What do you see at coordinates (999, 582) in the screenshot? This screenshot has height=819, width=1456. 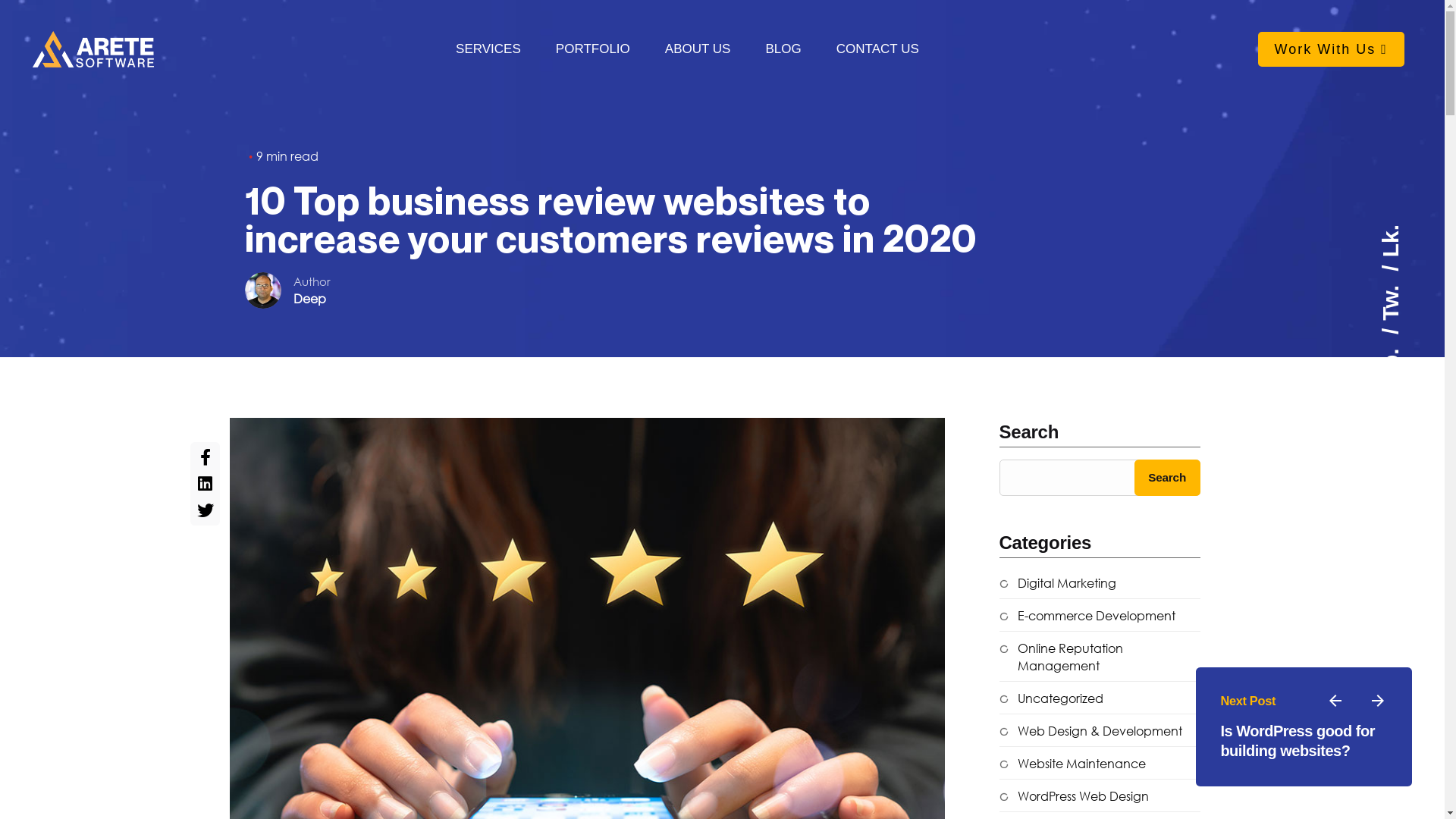 I see `'Digital Marketing'` at bounding box center [999, 582].